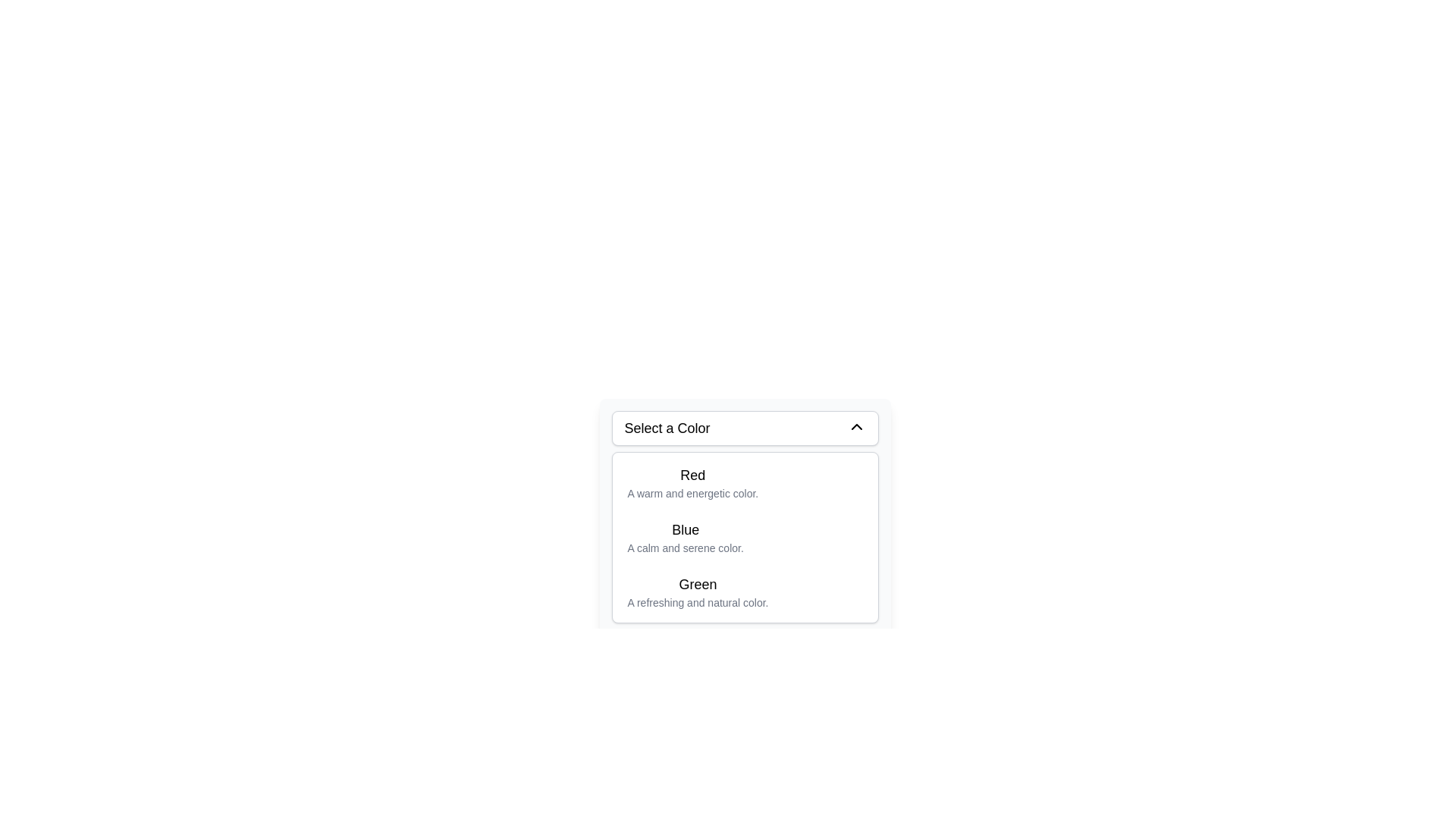 The image size is (1456, 819). Describe the element at coordinates (685, 548) in the screenshot. I see `descriptive text 'A calm and serene color.' located below the 'Blue' color option in the 'Select a Color' dropdown menu` at that location.